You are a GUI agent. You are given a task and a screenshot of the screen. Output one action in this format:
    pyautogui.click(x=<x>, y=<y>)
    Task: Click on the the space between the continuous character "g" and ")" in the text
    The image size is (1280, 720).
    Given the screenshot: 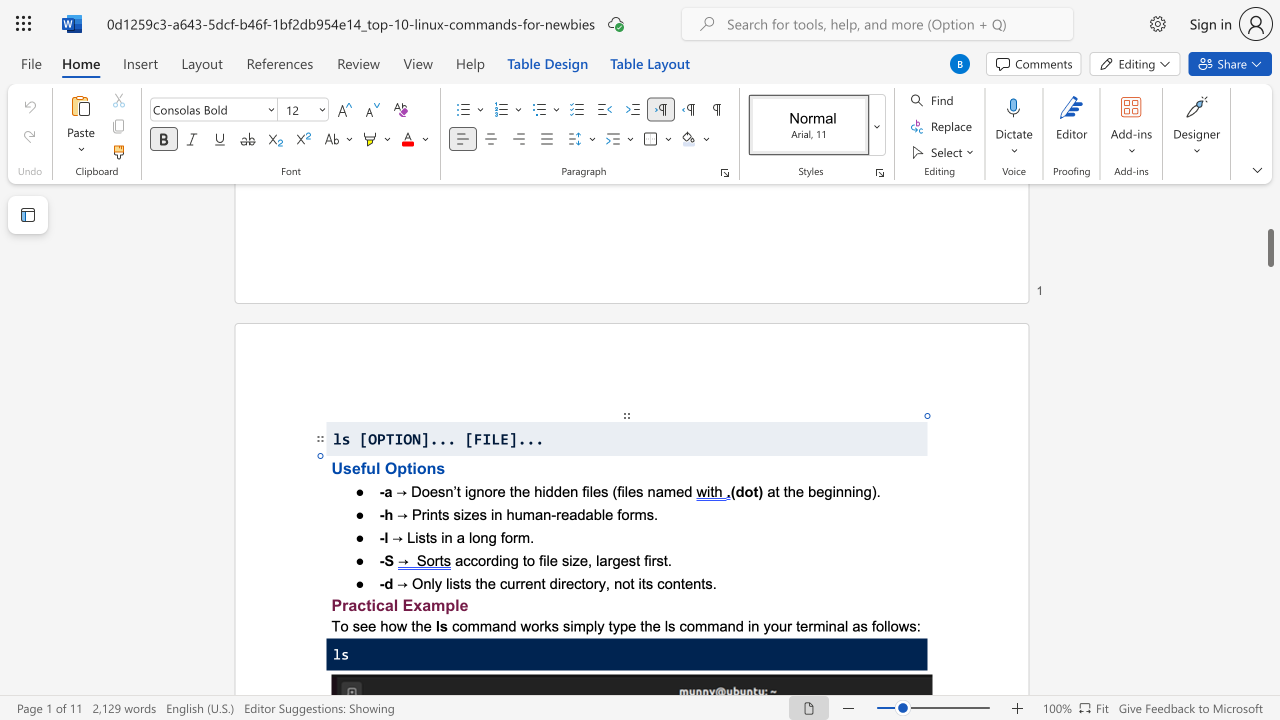 What is the action you would take?
    pyautogui.click(x=870, y=491)
    